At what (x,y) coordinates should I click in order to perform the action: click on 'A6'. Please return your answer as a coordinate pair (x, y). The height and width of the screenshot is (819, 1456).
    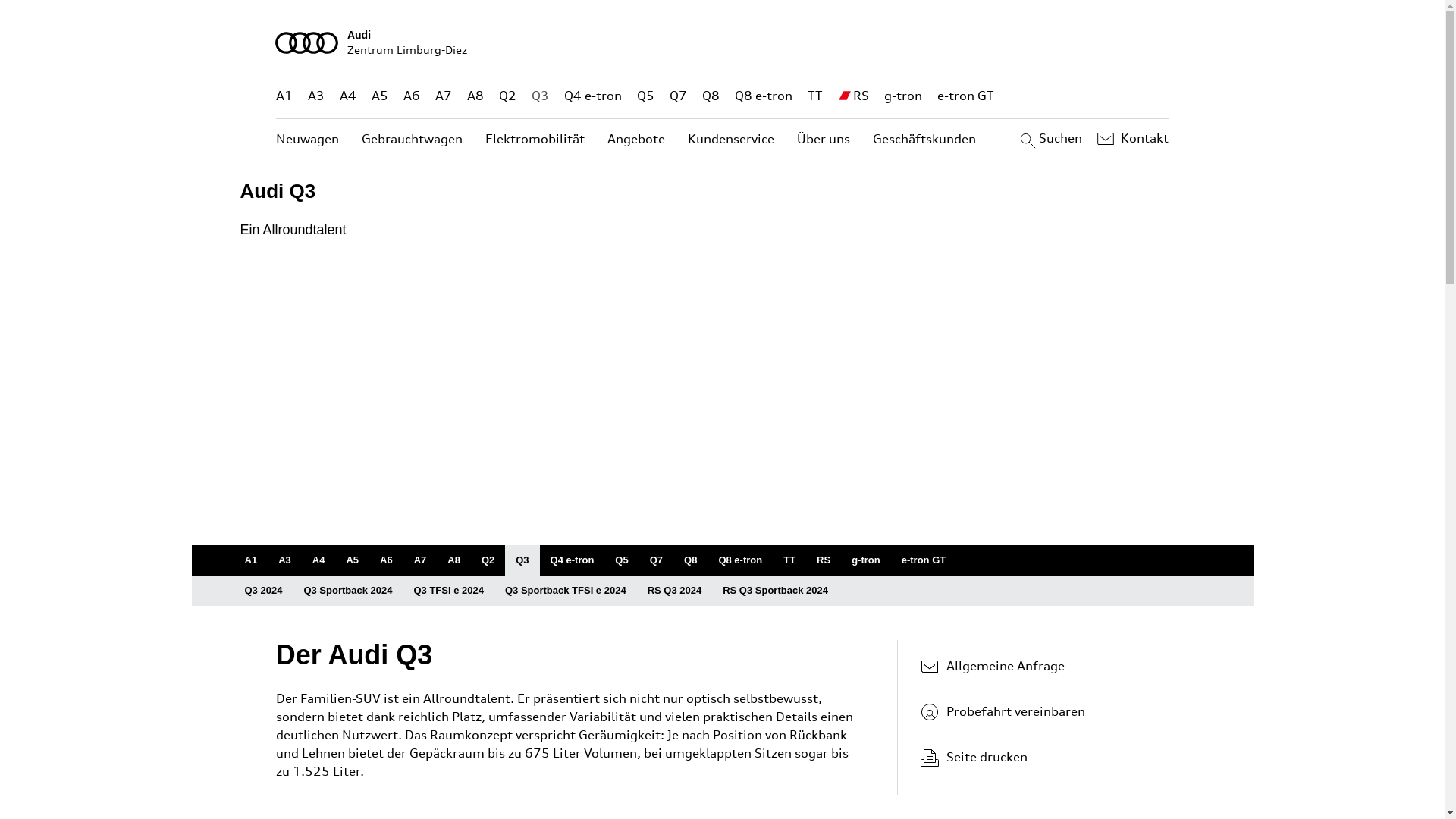
    Looking at the image, I should click on (386, 560).